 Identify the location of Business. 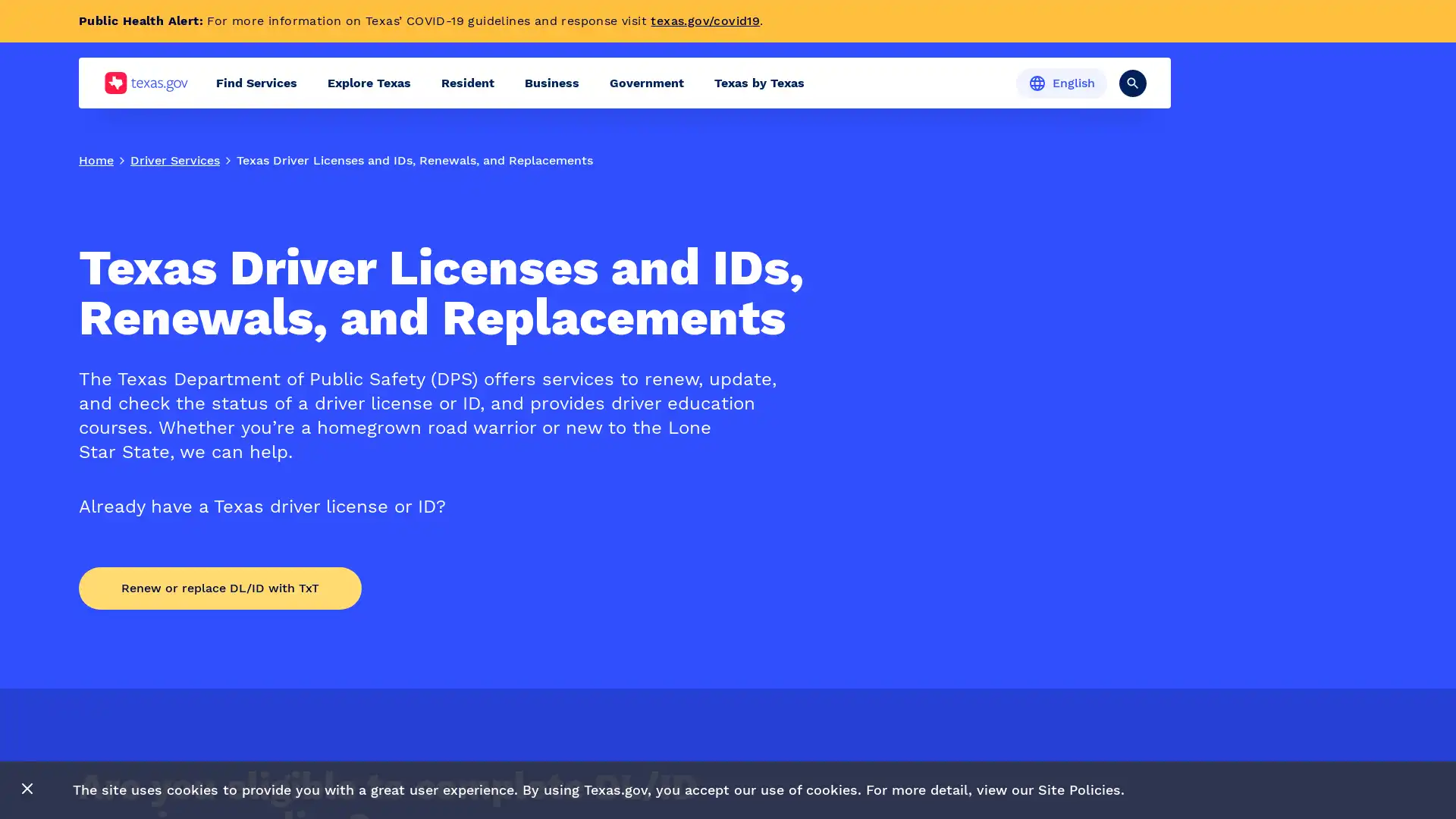
(551, 83).